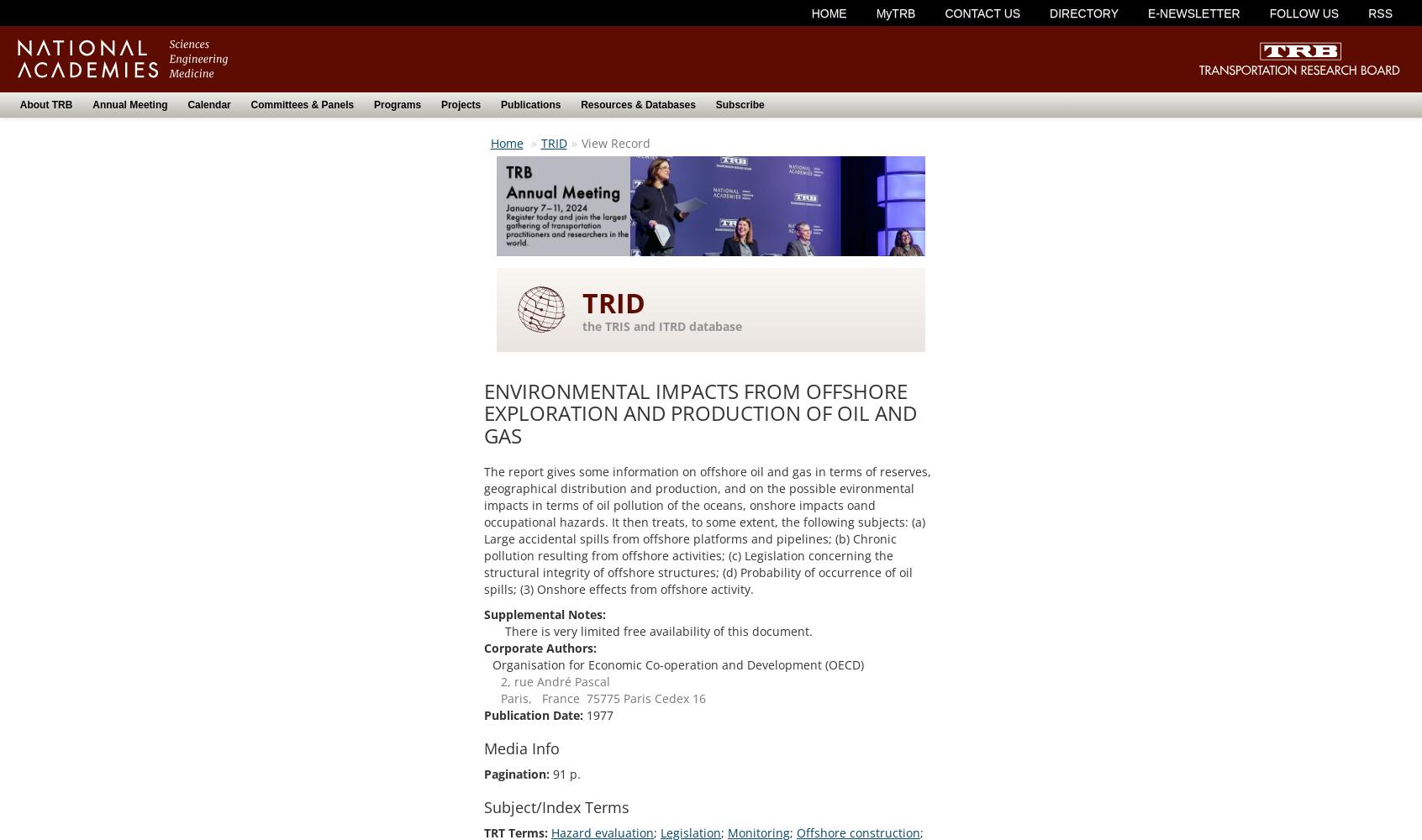 Image resolution: width=1422 pixels, height=840 pixels. Describe the element at coordinates (505, 142) in the screenshot. I see `'Home'` at that location.